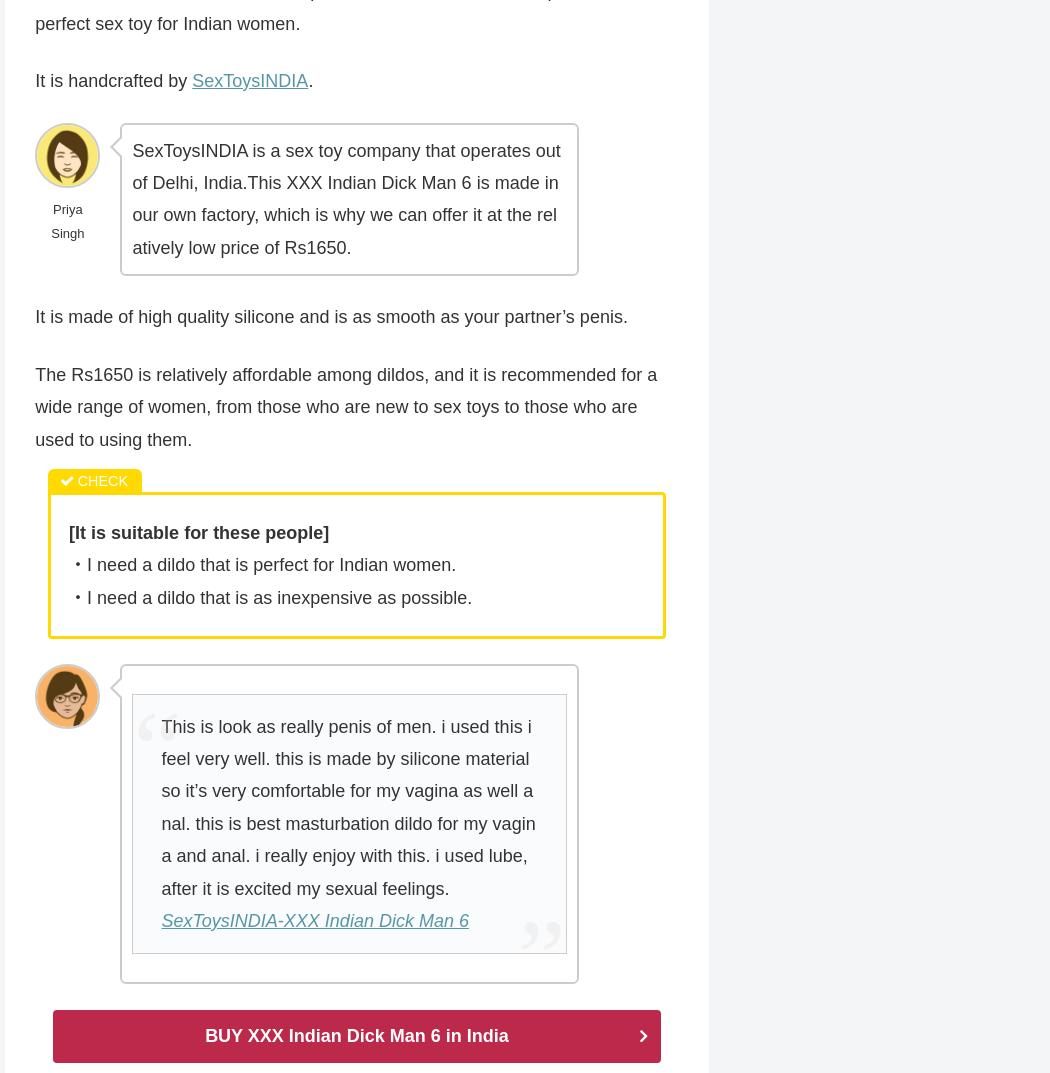  Describe the element at coordinates (314, 922) in the screenshot. I see `'SexToysINDIA-XXX Indian Dick Man 6'` at that location.